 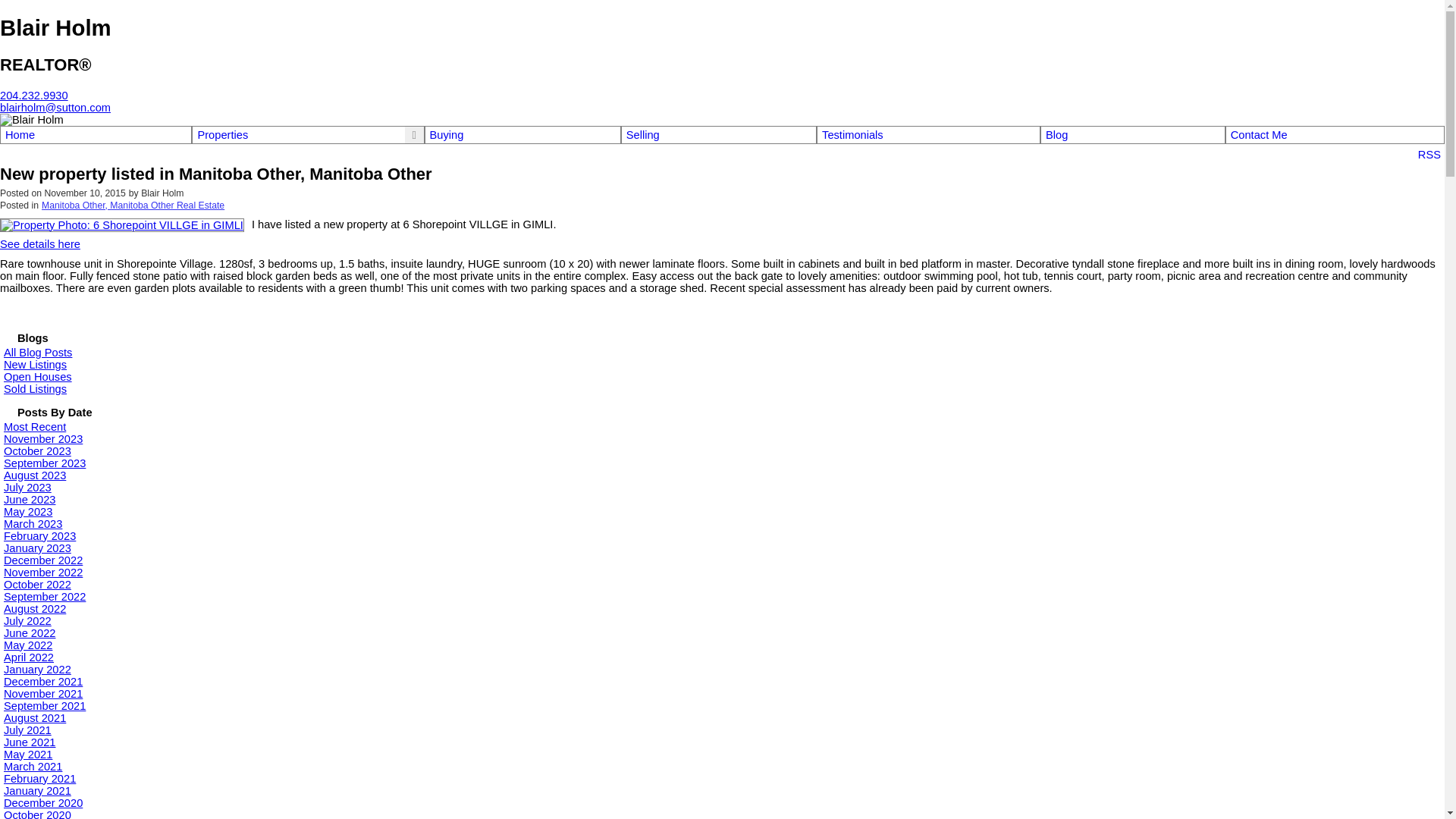 I want to click on 'May 2023', so click(x=28, y=512).